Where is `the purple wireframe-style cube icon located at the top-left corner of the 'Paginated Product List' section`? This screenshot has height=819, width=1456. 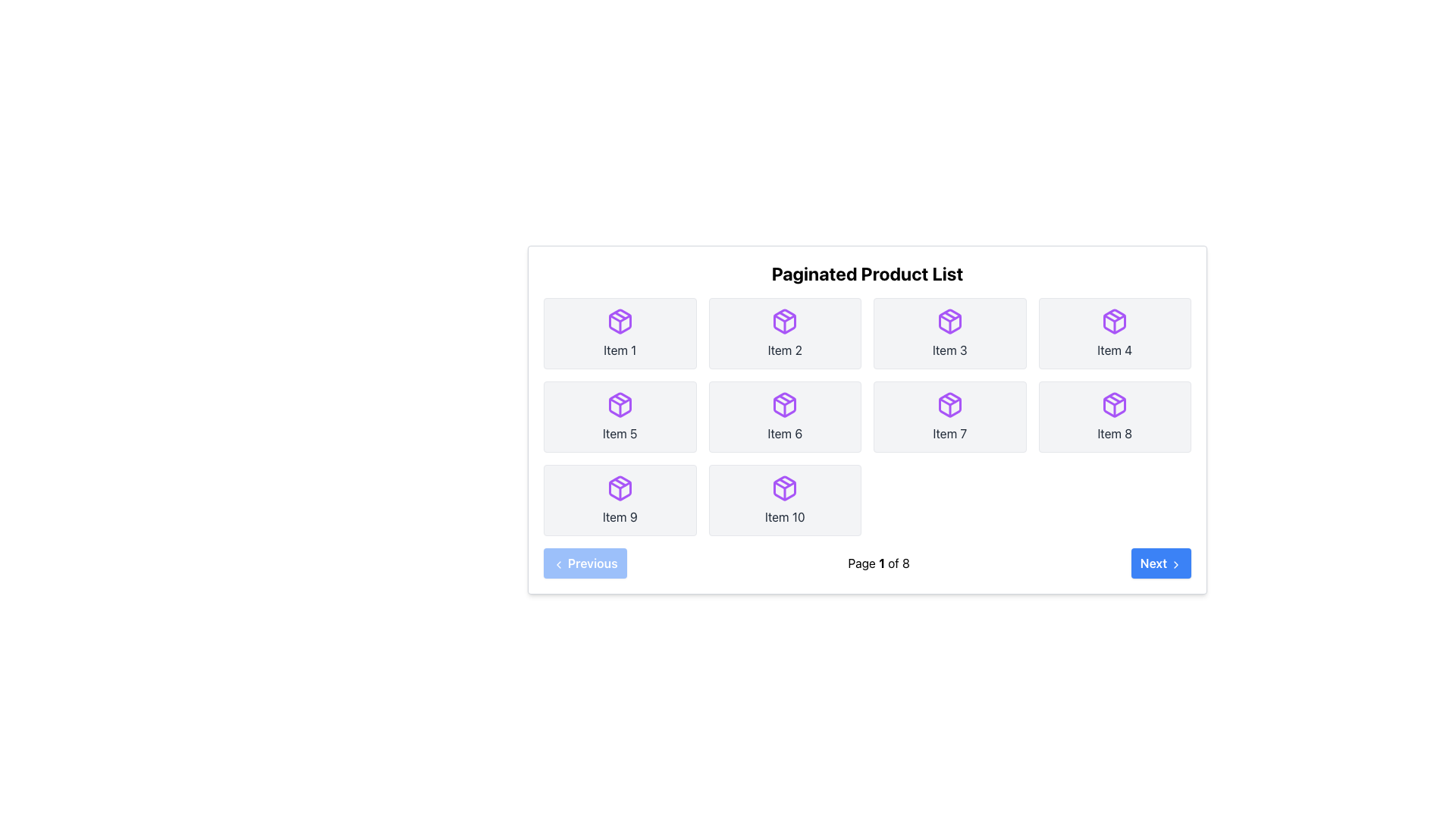 the purple wireframe-style cube icon located at the top-left corner of the 'Paginated Product List' section is located at coordinates (620, 321).